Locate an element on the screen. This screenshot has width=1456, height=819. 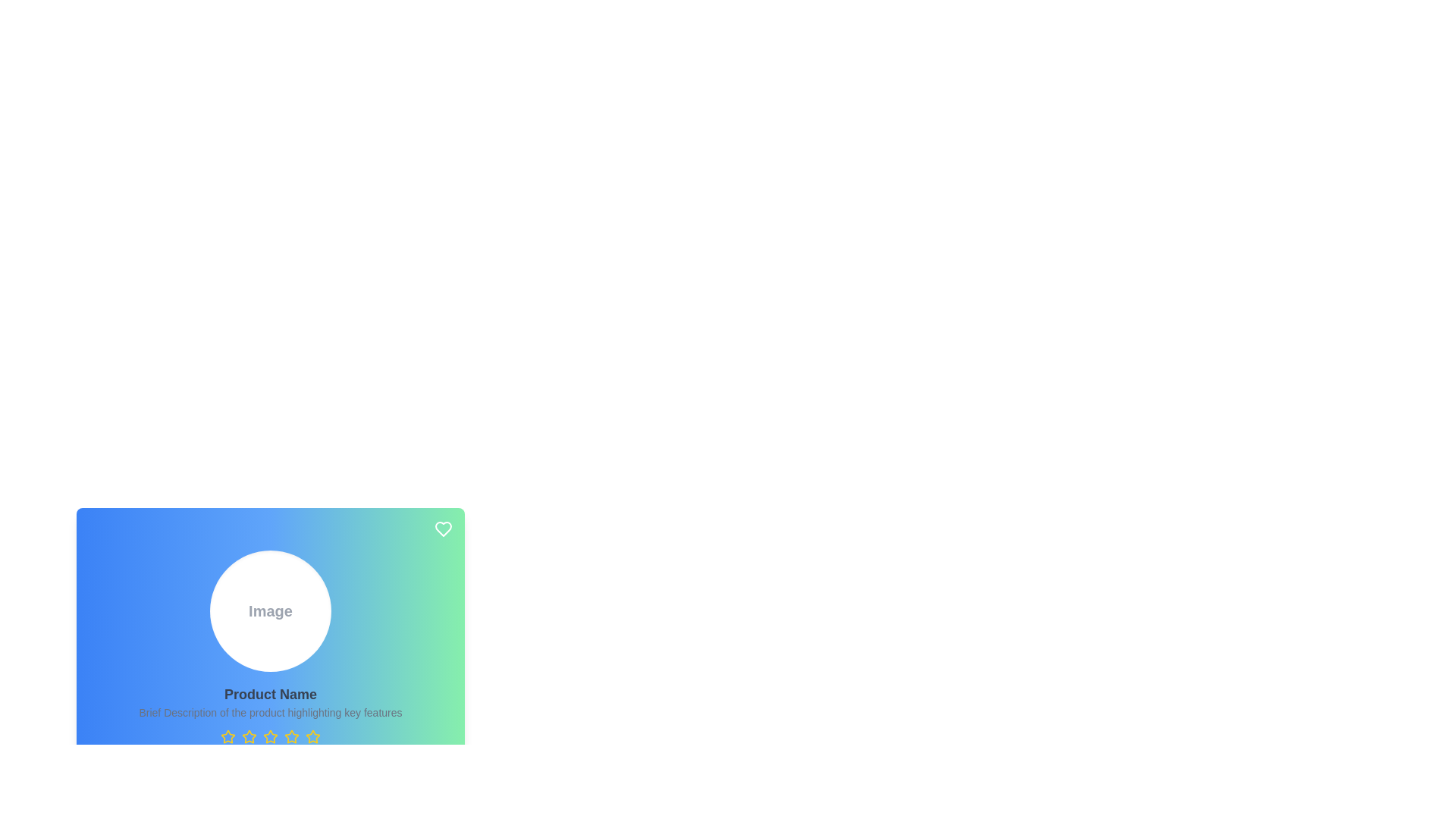
the fourth solid star icon with a yellow outline and blue fill located at the bottom of the product card to rate it is located at coordinates (291, 736).